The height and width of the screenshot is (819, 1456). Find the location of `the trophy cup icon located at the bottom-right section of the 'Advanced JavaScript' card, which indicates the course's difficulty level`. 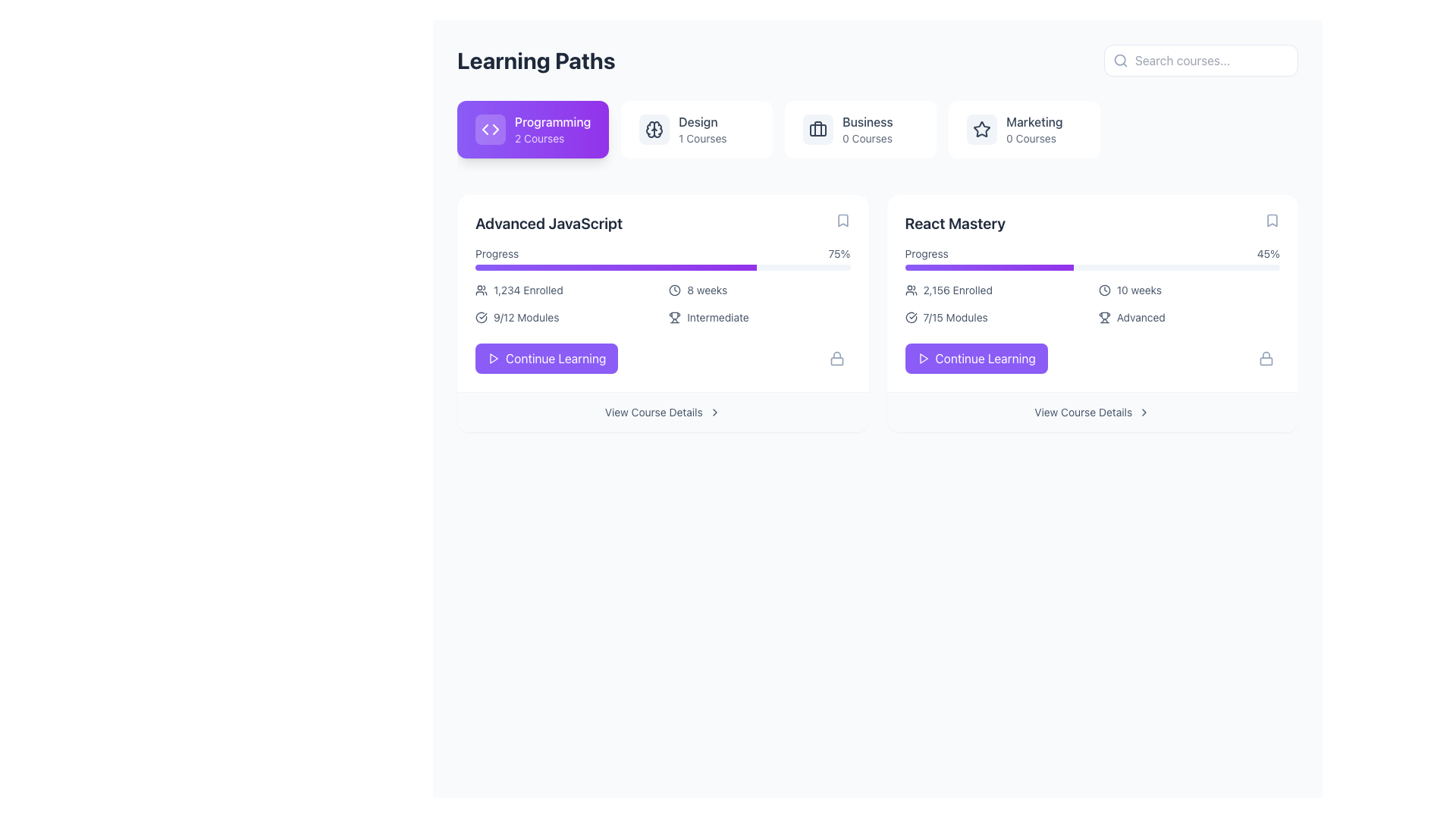

the trophy cup icon located at the bottom-right section of the 'Advanced JavaScript' card, which indicates the course's difficulty level is located at coordinates (674, 315).